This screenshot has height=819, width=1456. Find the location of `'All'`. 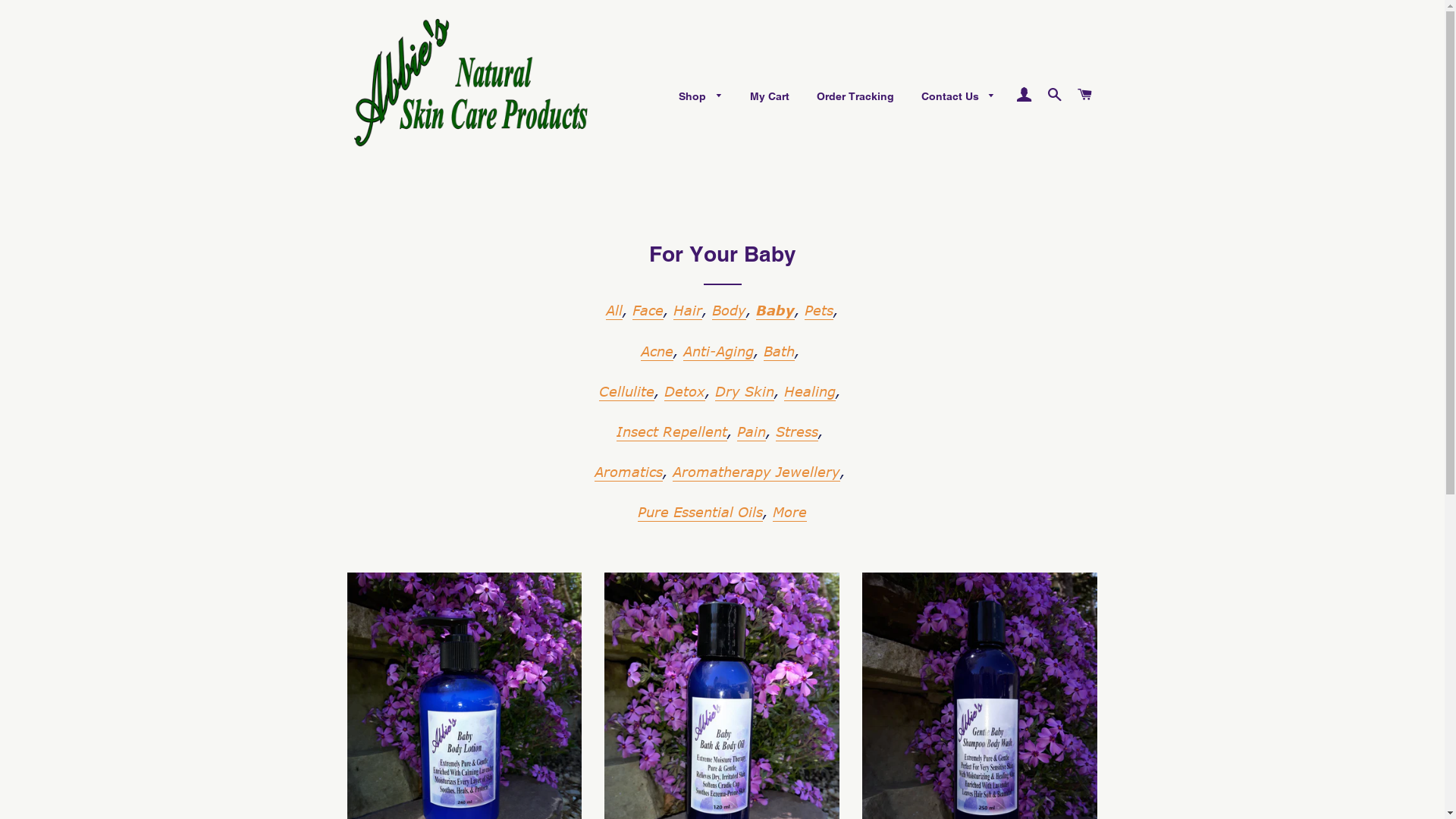

'All' is located at coordinates (614, 309).